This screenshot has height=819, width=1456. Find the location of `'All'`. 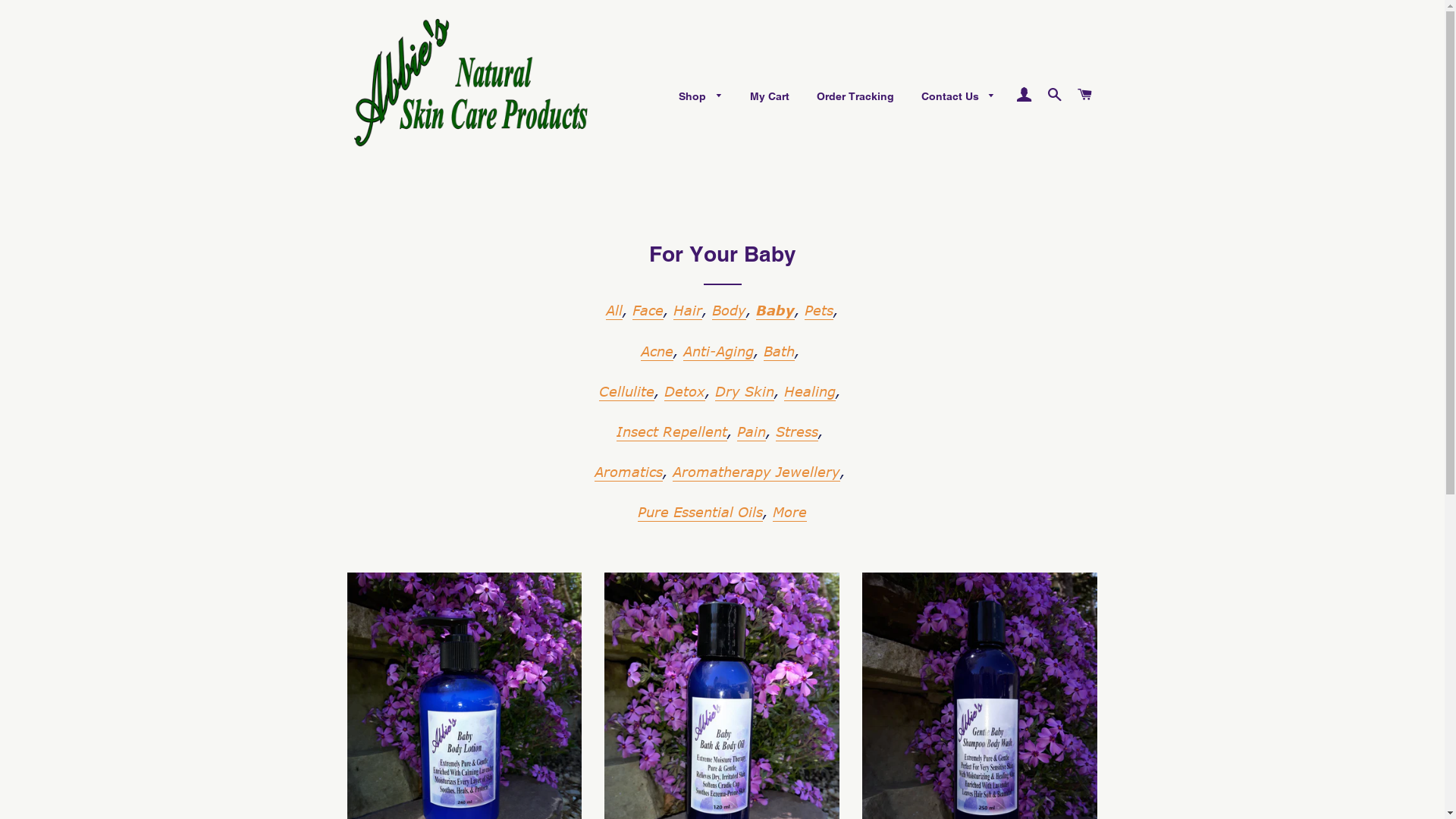

'All' is located at coordinates (614, 309).